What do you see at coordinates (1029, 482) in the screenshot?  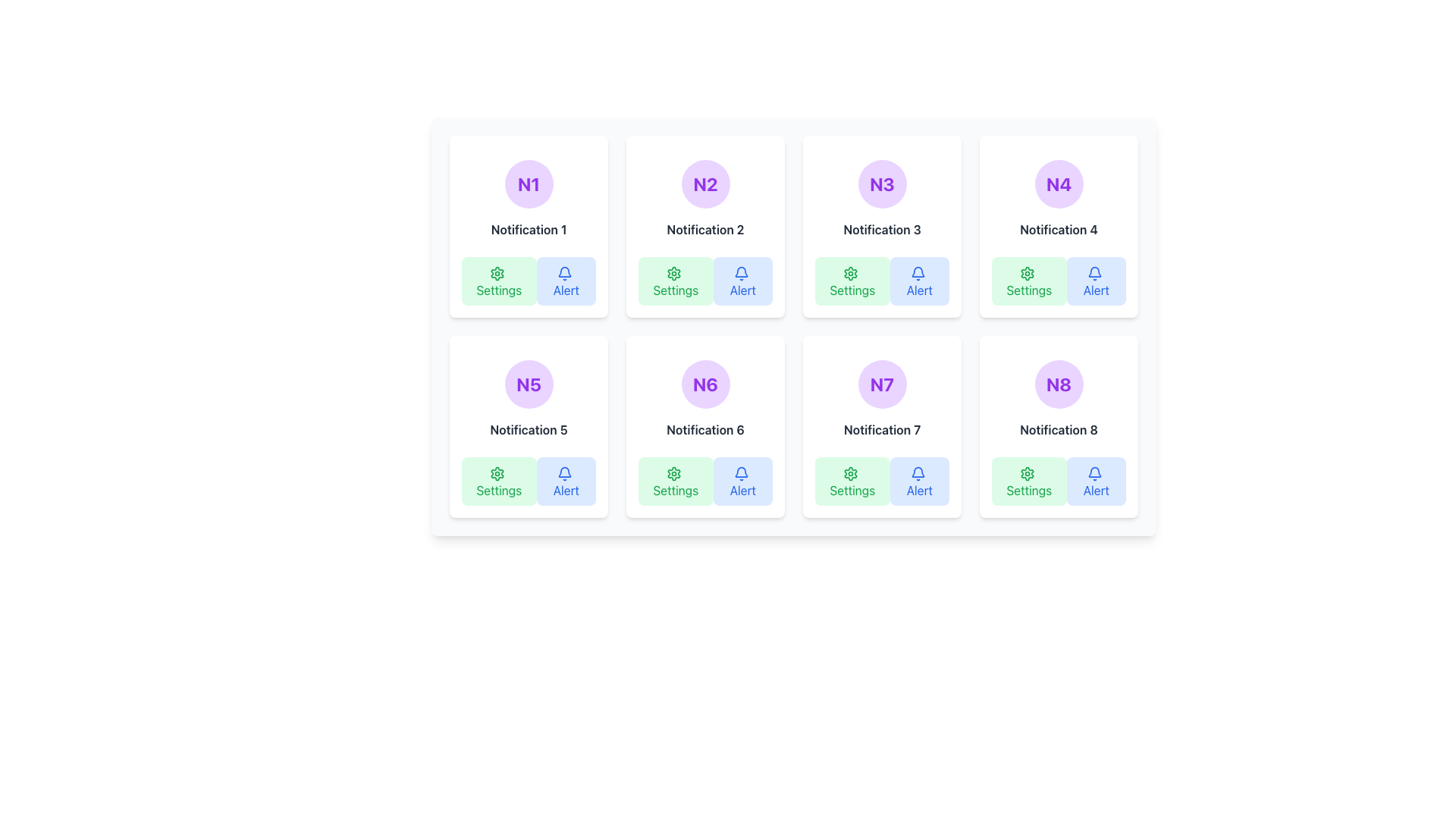 I see `the settings button located in the lower-left corner of the 'N8 Notification 8' card` at bounding box center [1029, 482].